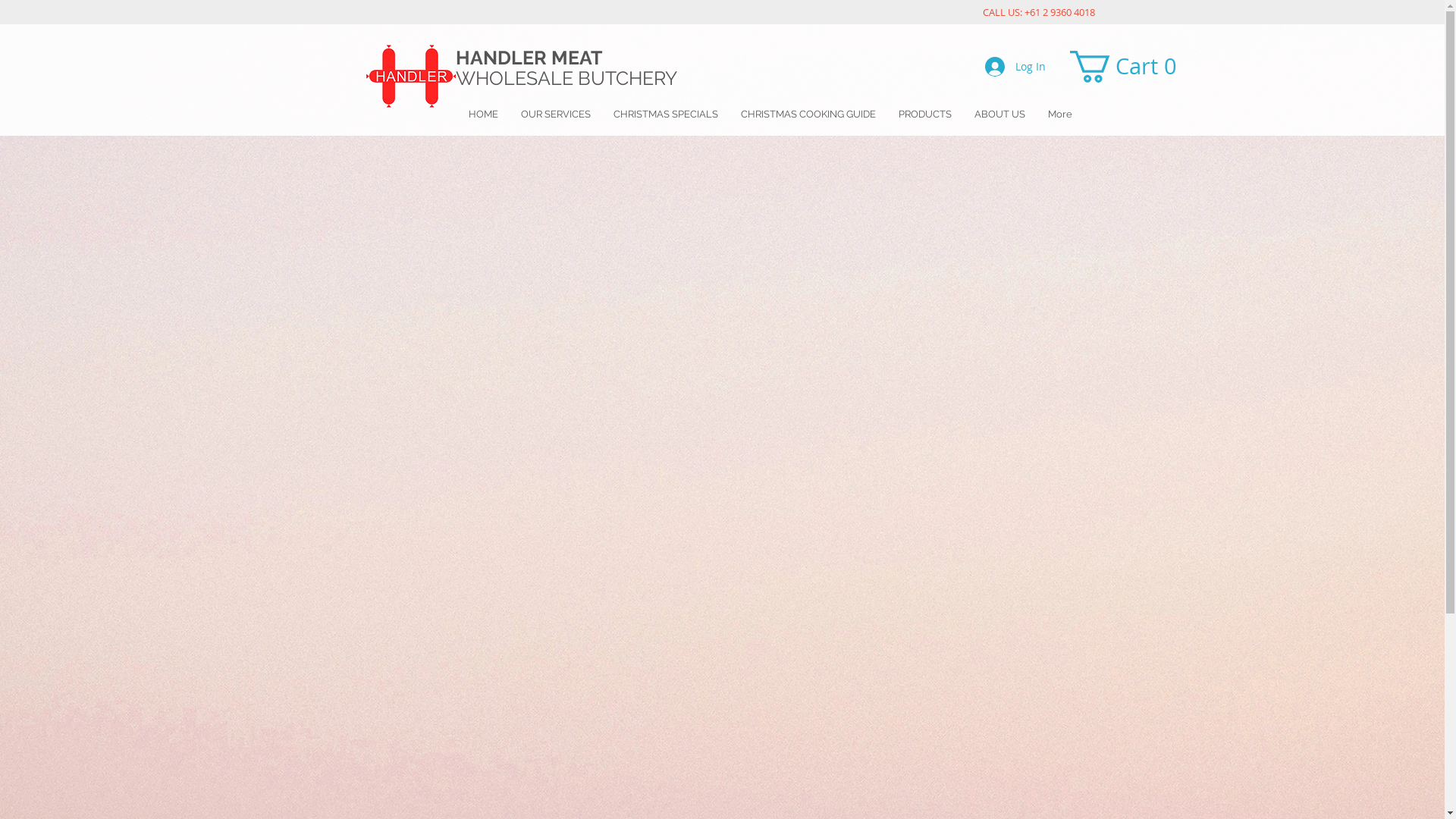 The width and height of the screenshot is (1456, 819). Describe the element at coordinates (410, 76) in the screenshot. I see `'Untitled.png'` at that location.